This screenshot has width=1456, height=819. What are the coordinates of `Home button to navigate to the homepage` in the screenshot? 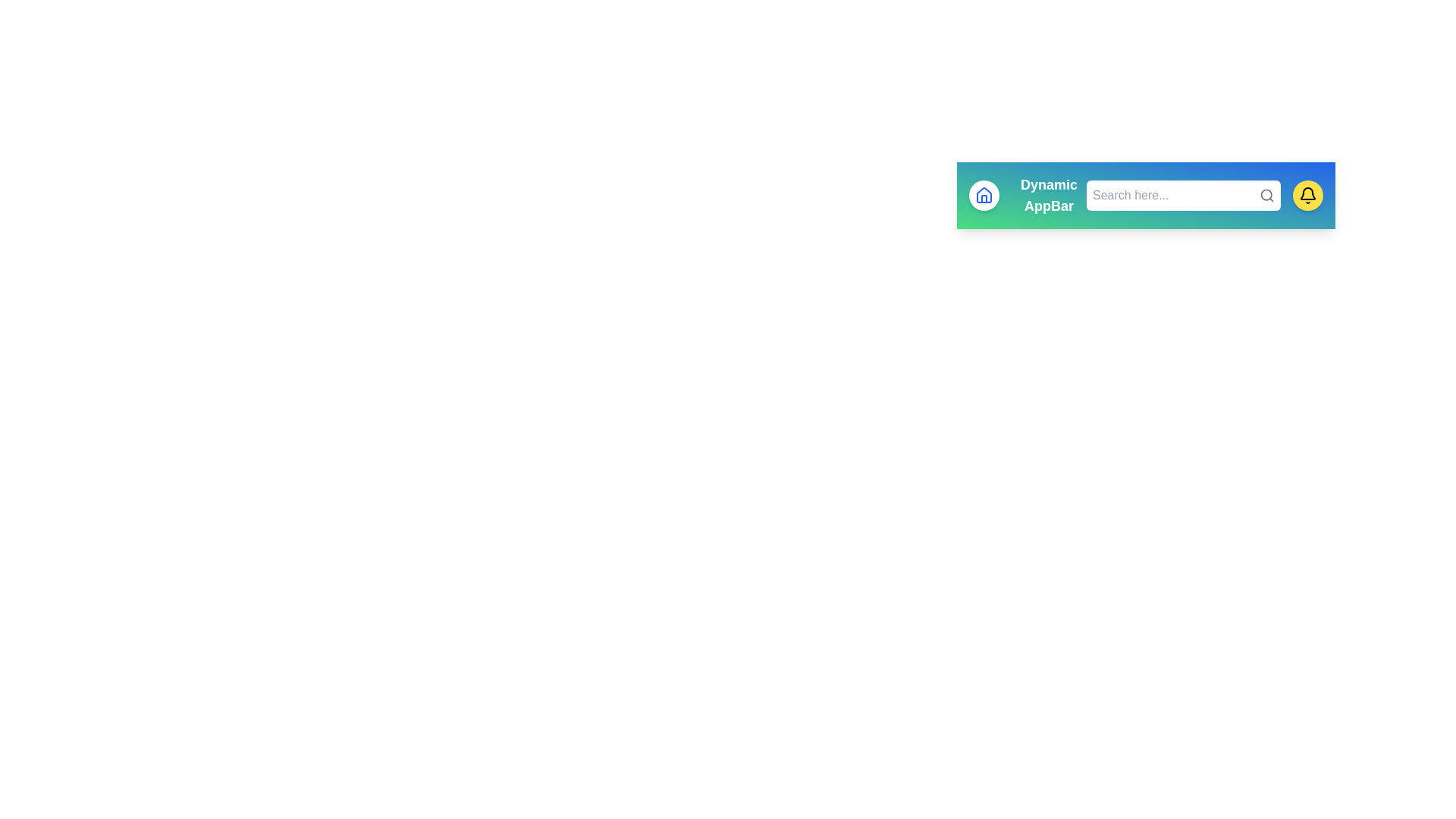 It's located at (984, 195).